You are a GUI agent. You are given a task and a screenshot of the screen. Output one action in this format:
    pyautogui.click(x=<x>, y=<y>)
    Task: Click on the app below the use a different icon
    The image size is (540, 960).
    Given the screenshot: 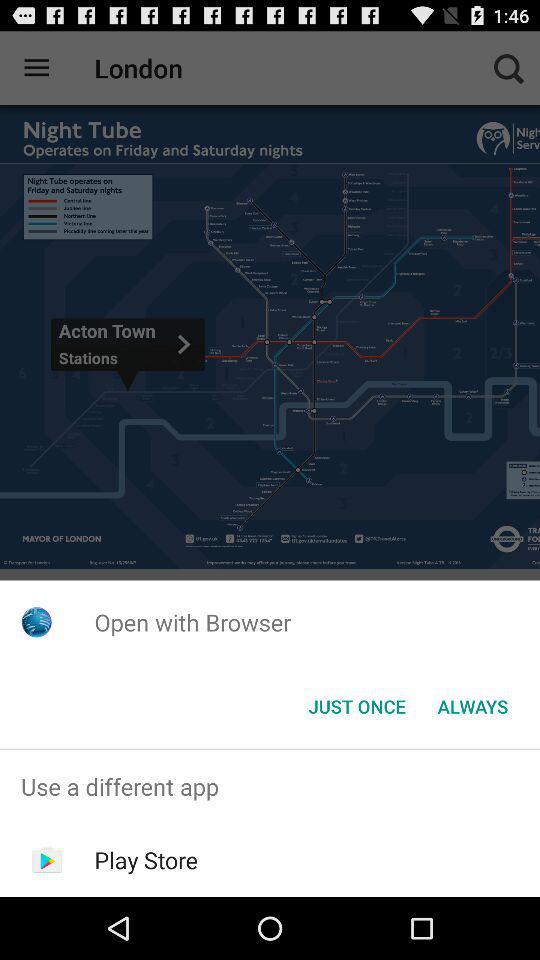 What is the action you would take?
    pyautogui.click(x=145, y=859)
    